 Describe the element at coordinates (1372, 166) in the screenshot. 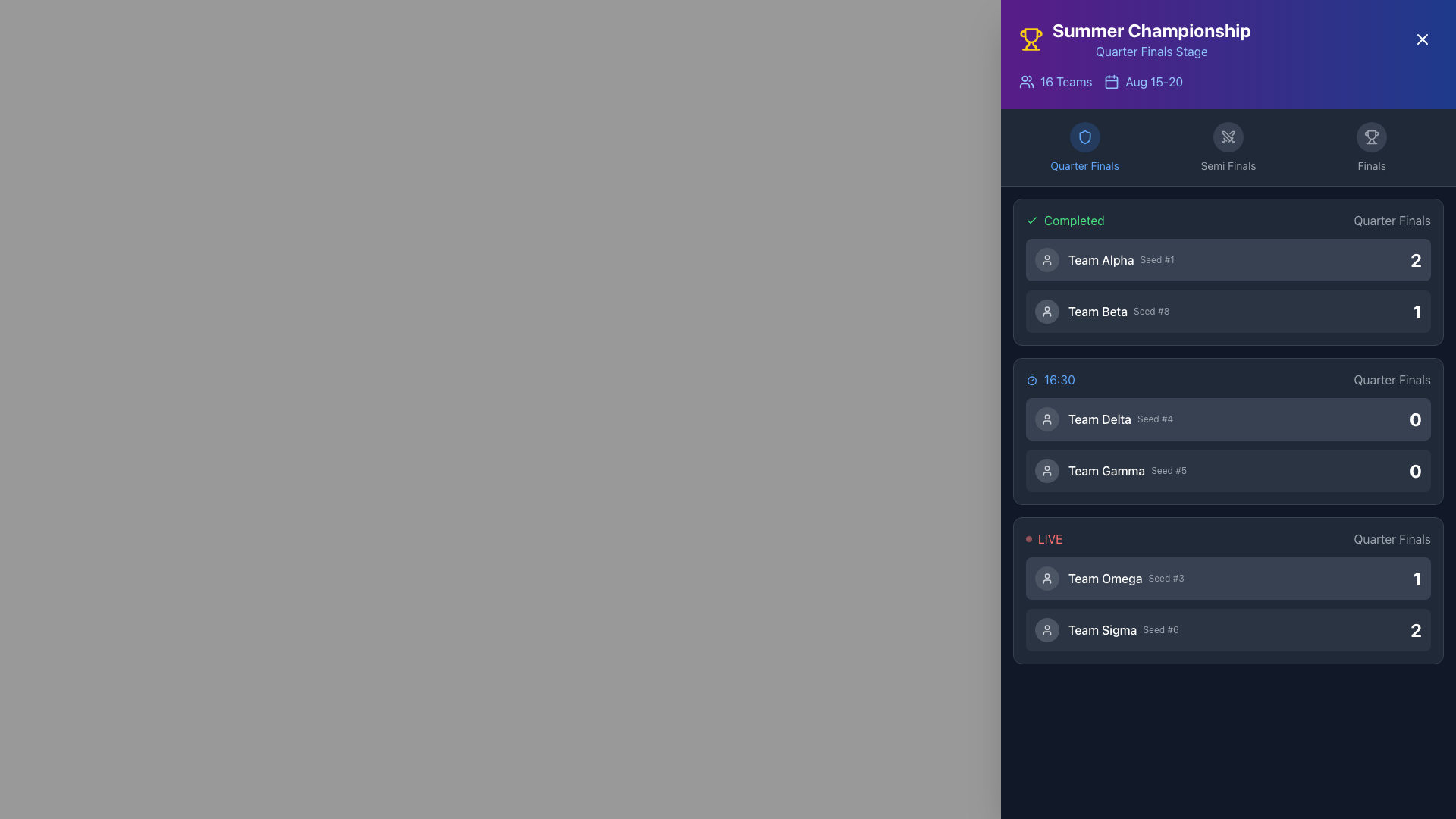

I see `the 'Finals' text label, which identifies the corresponding area in the navigation bar of the interface` at that location.